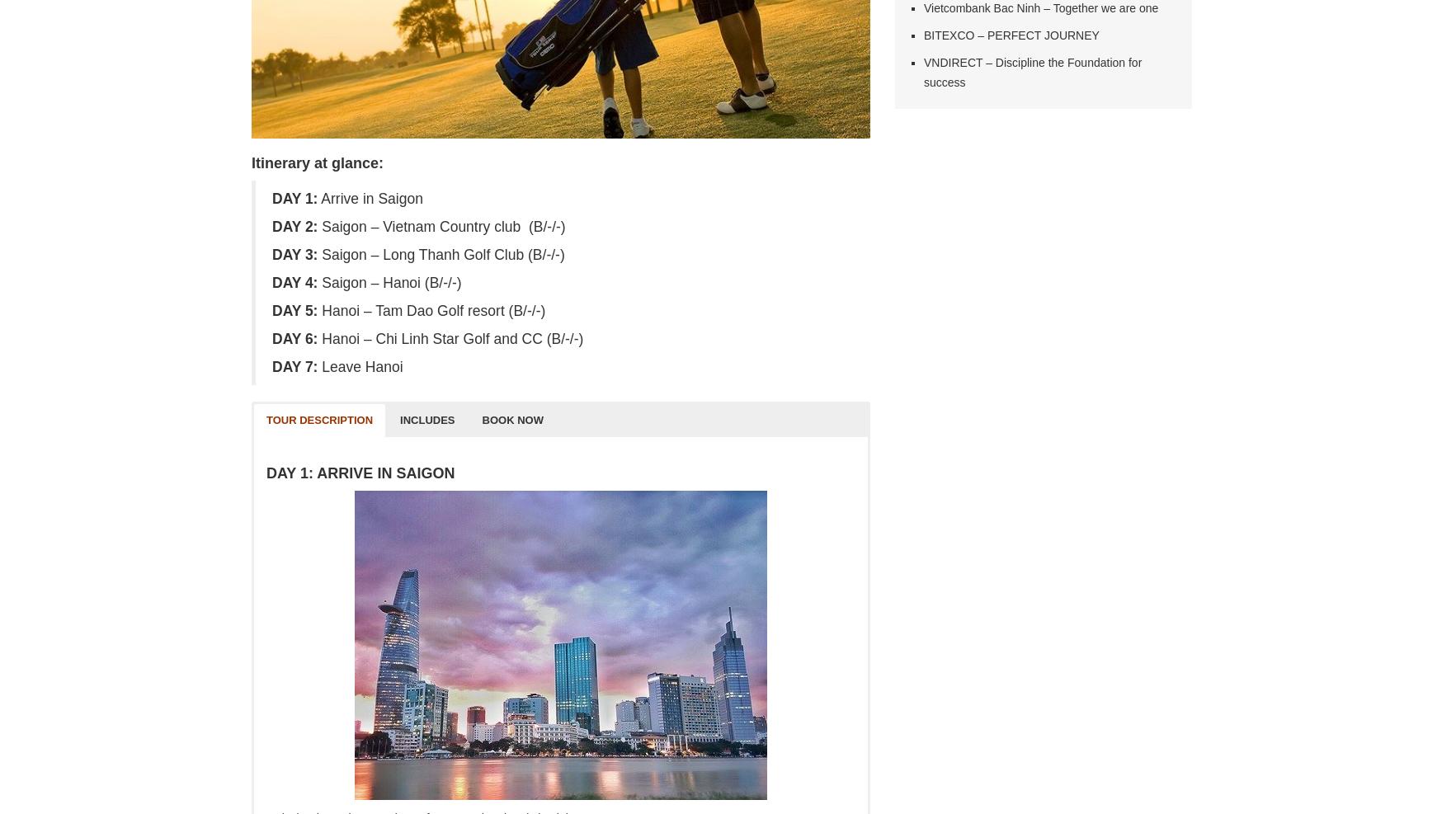 The width and height of the screenshot is (1456, 814). What do you see at coordinates (294, 199) in the screenshot?
I see `'DAY 1:'` at bounding box center [294, 199].